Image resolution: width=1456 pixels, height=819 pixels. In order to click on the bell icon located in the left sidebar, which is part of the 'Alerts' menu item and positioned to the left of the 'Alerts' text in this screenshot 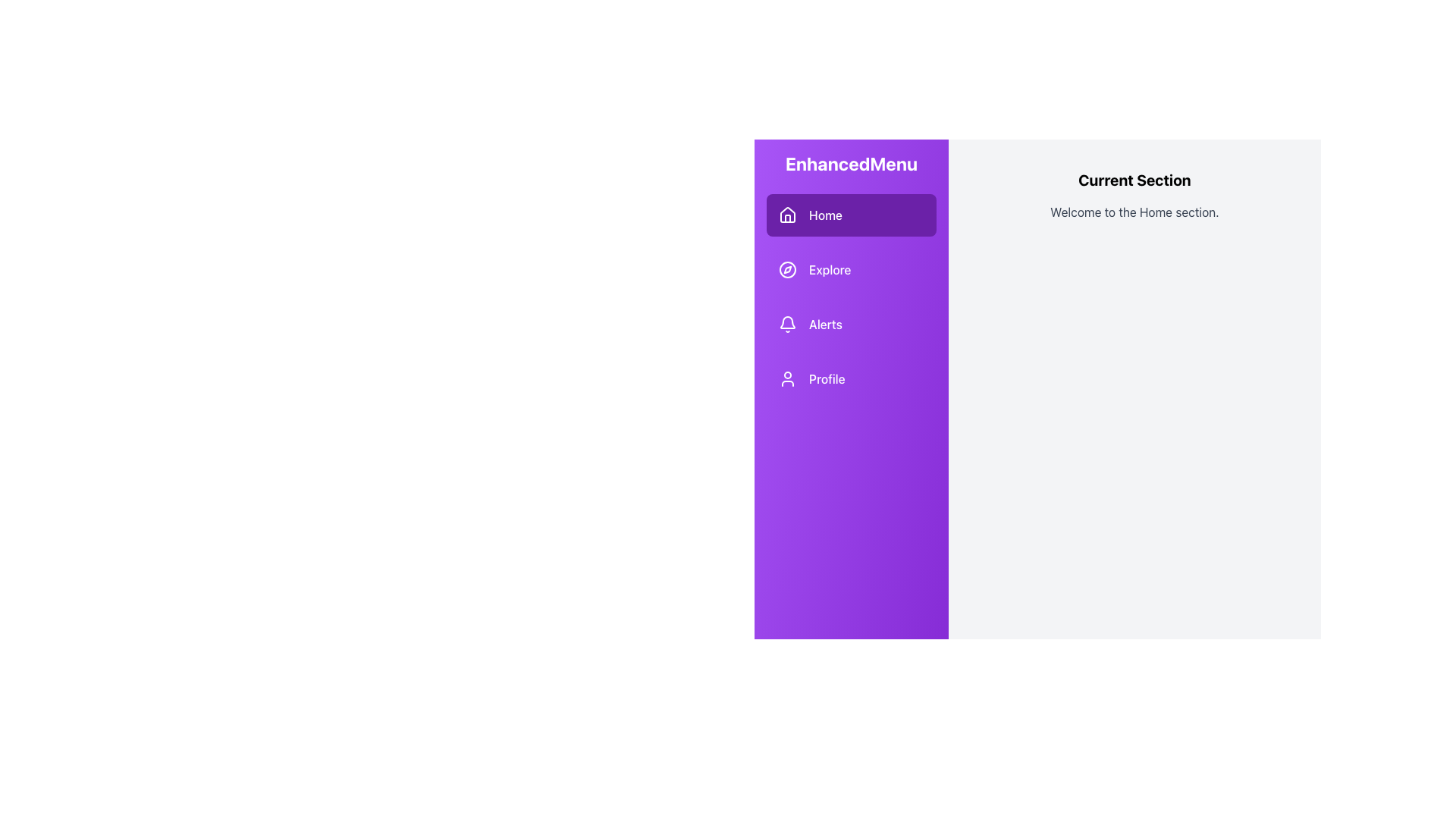, I will do `click(787, 324)`.